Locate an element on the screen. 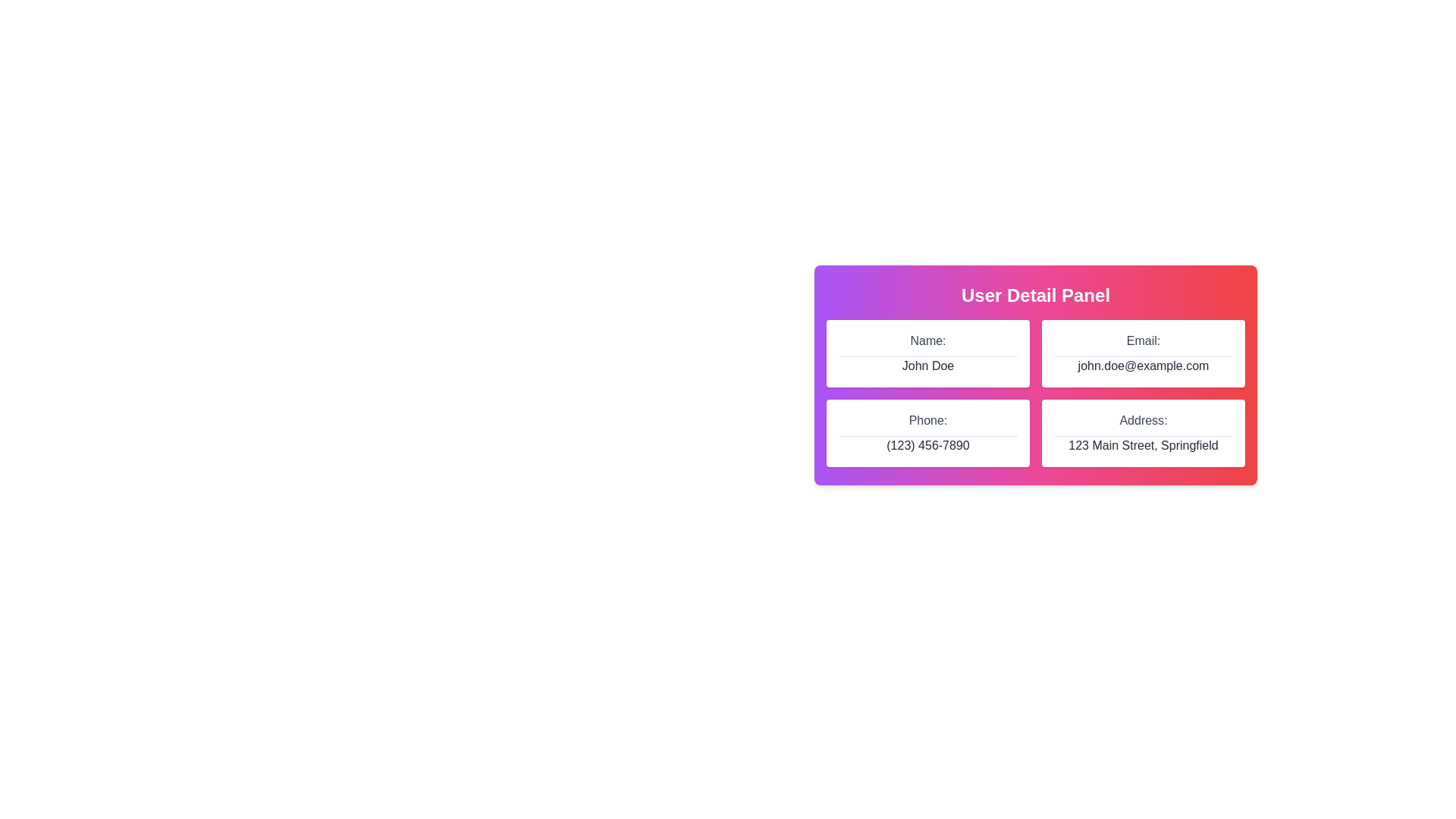 The width and height of the screenshot is (1456, 819). the centered title text 'User Detail Panel' which is styled with white text over a gradient background, located at the top center of the user detail card is located at coordinates (1035, 295).